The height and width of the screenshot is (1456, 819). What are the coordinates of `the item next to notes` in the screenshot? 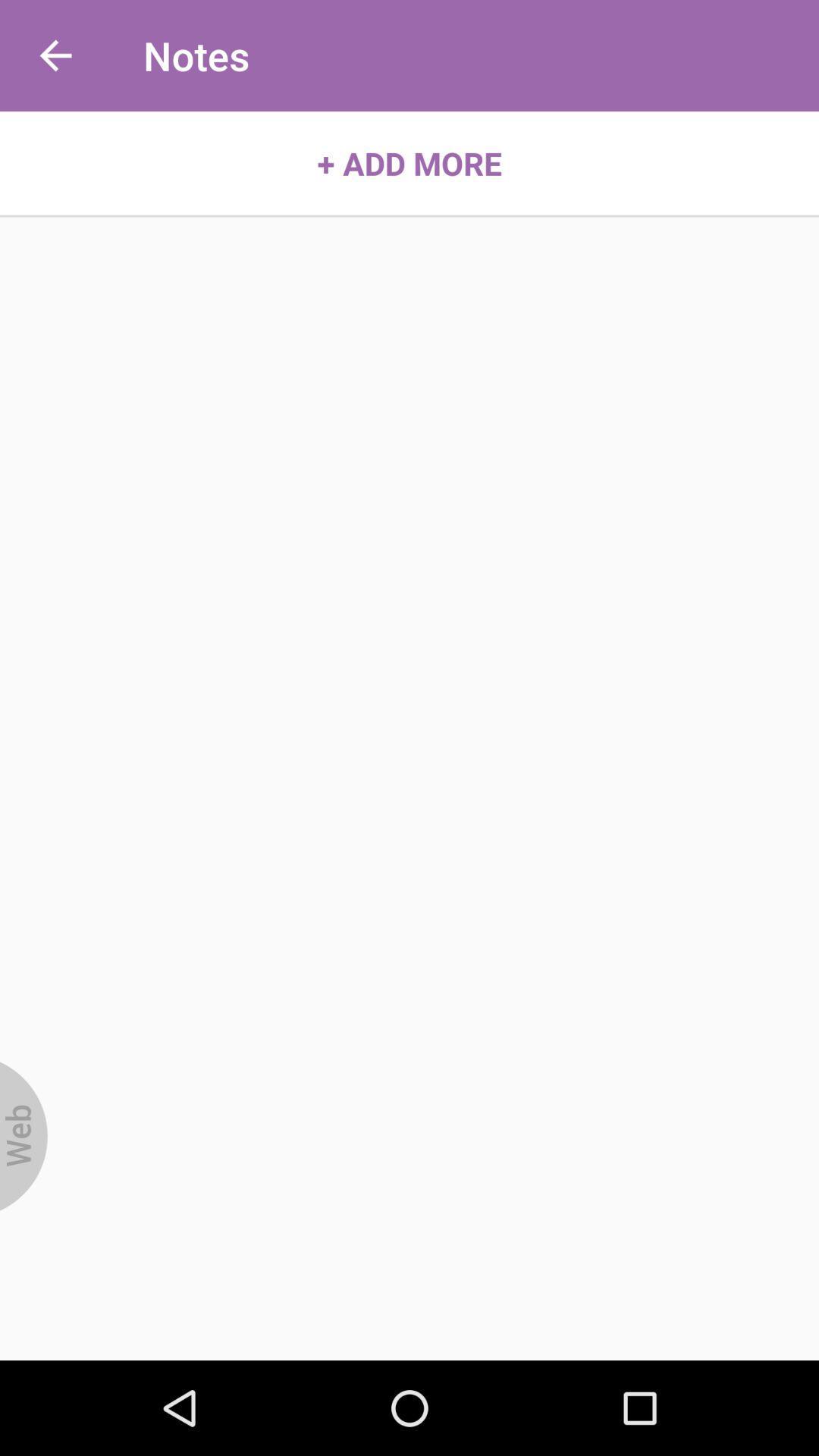 It's located at (55, 55).